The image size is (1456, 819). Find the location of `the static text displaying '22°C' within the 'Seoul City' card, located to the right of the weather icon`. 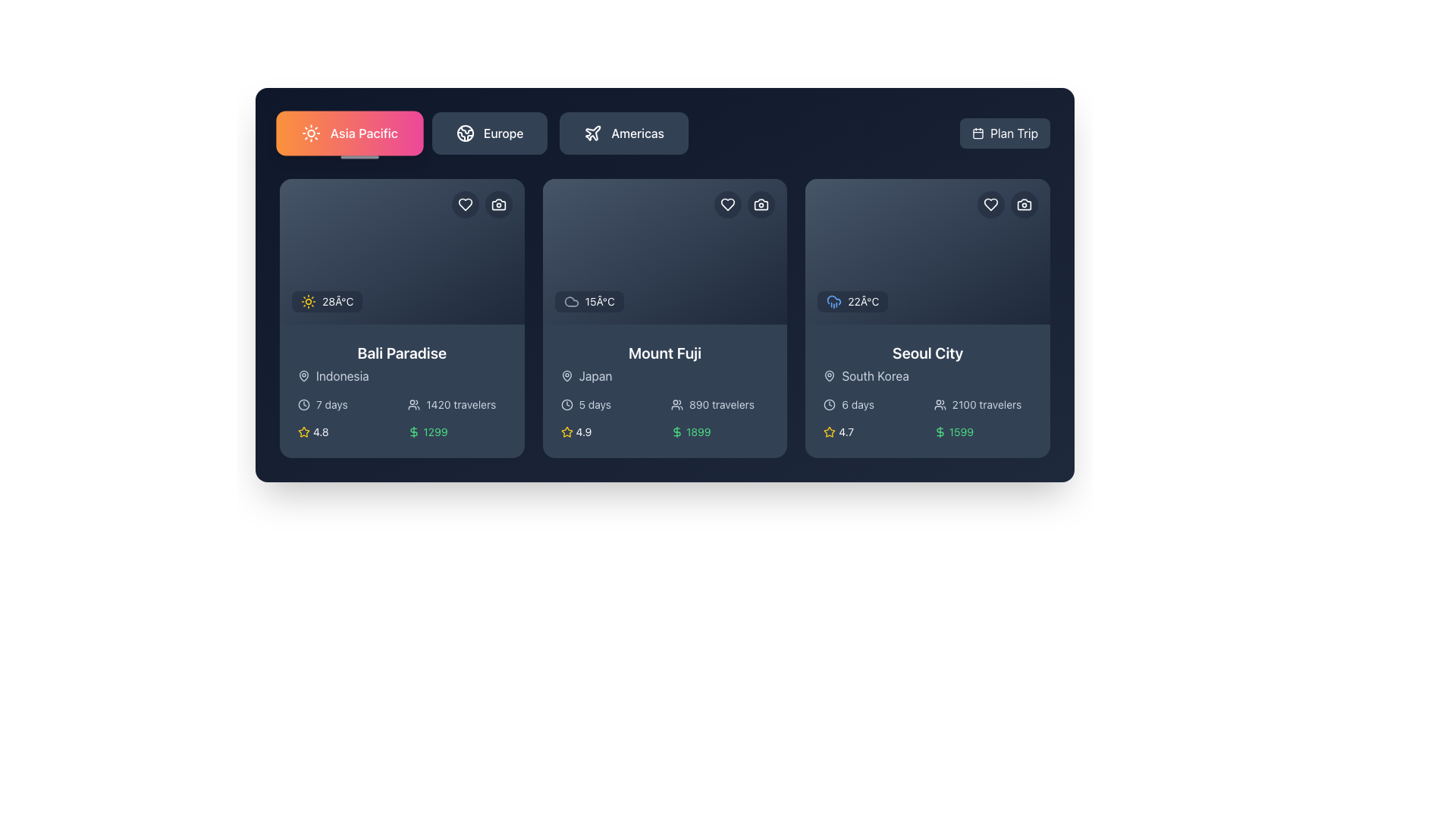

the static text displaying '22°C' within the 'Seoul City' card, located to the right of the weather icon is located at coordinates (863, 301).